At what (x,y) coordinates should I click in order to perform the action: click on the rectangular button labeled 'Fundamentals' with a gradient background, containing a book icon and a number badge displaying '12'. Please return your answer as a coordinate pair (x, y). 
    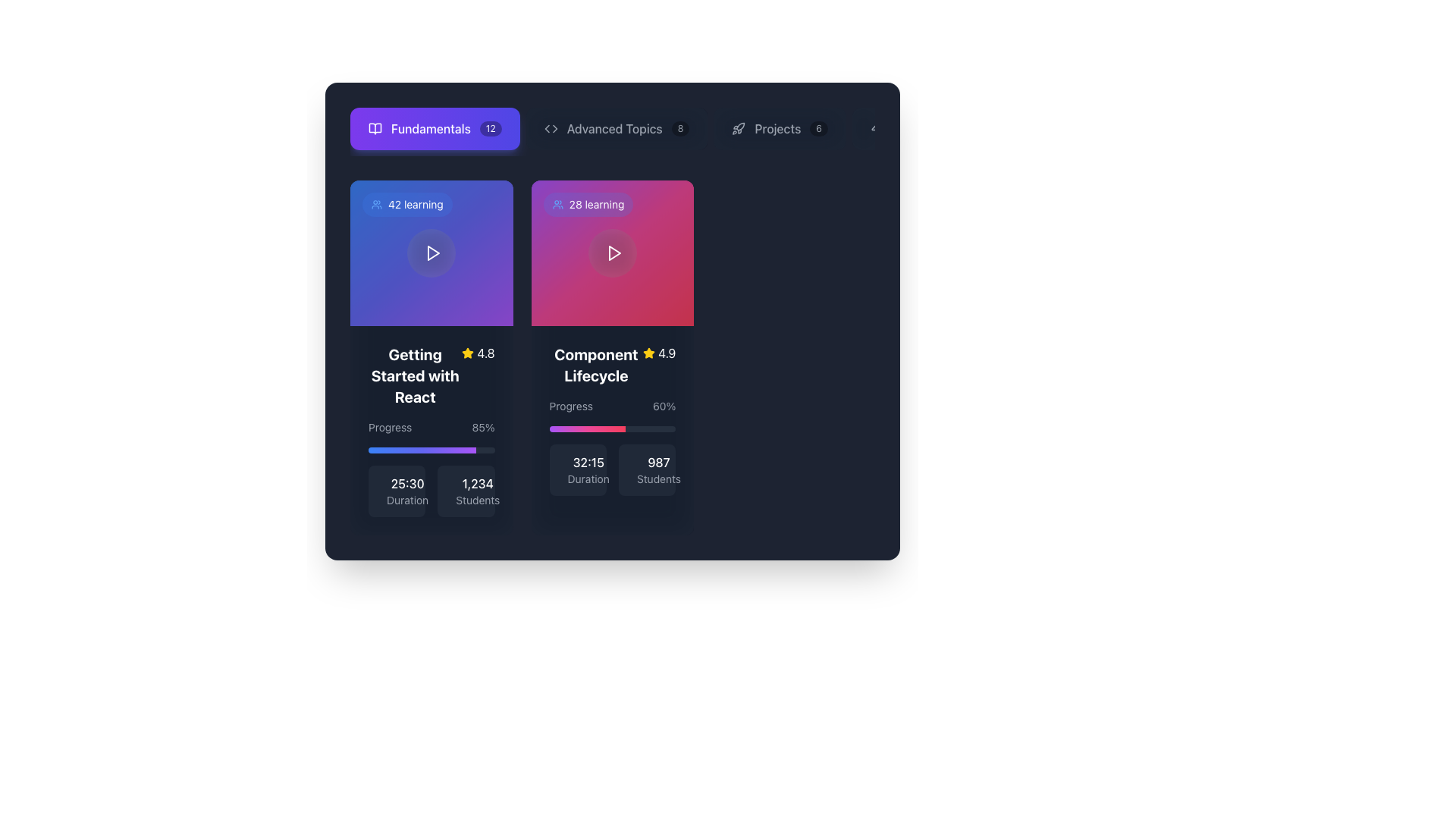
    Looking at the image, I should click on (434, 127).